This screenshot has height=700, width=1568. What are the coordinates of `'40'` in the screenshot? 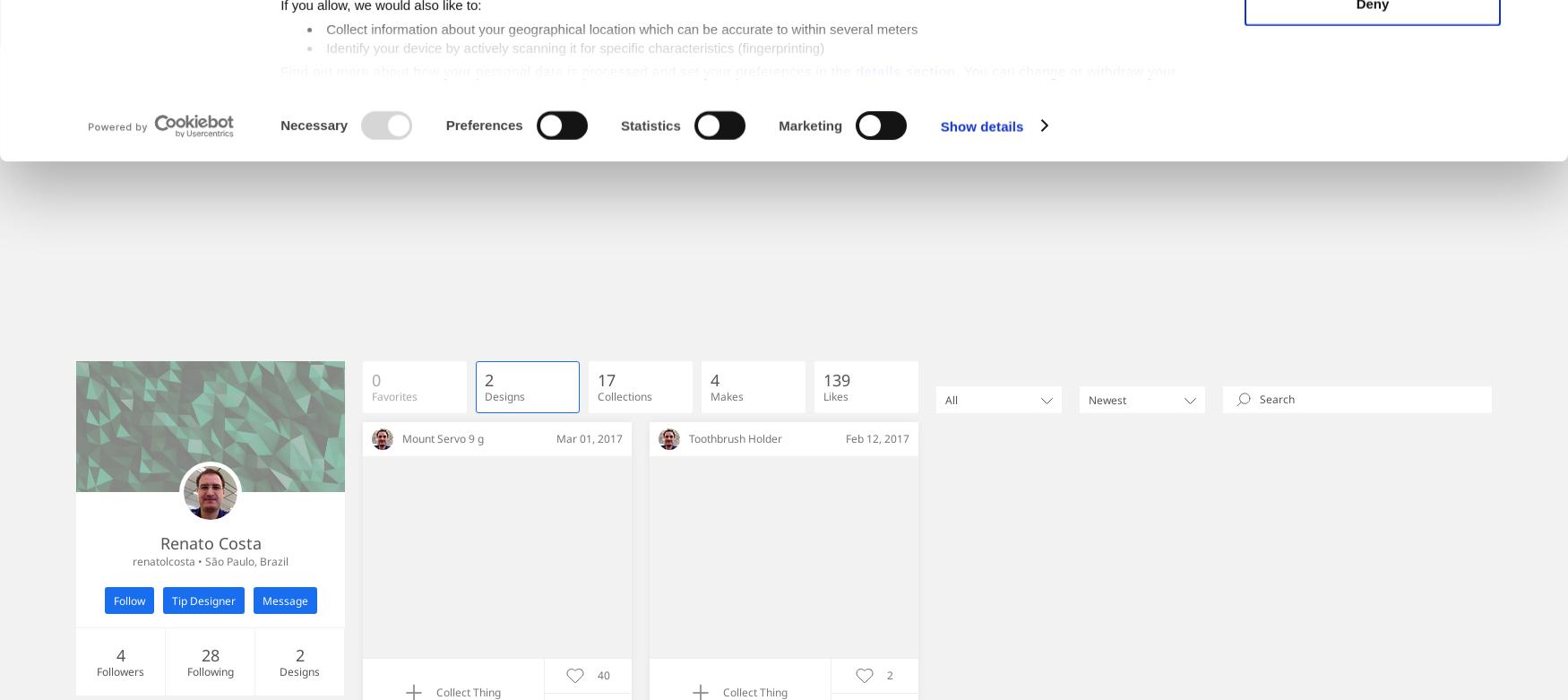 It's located at (602, 673).